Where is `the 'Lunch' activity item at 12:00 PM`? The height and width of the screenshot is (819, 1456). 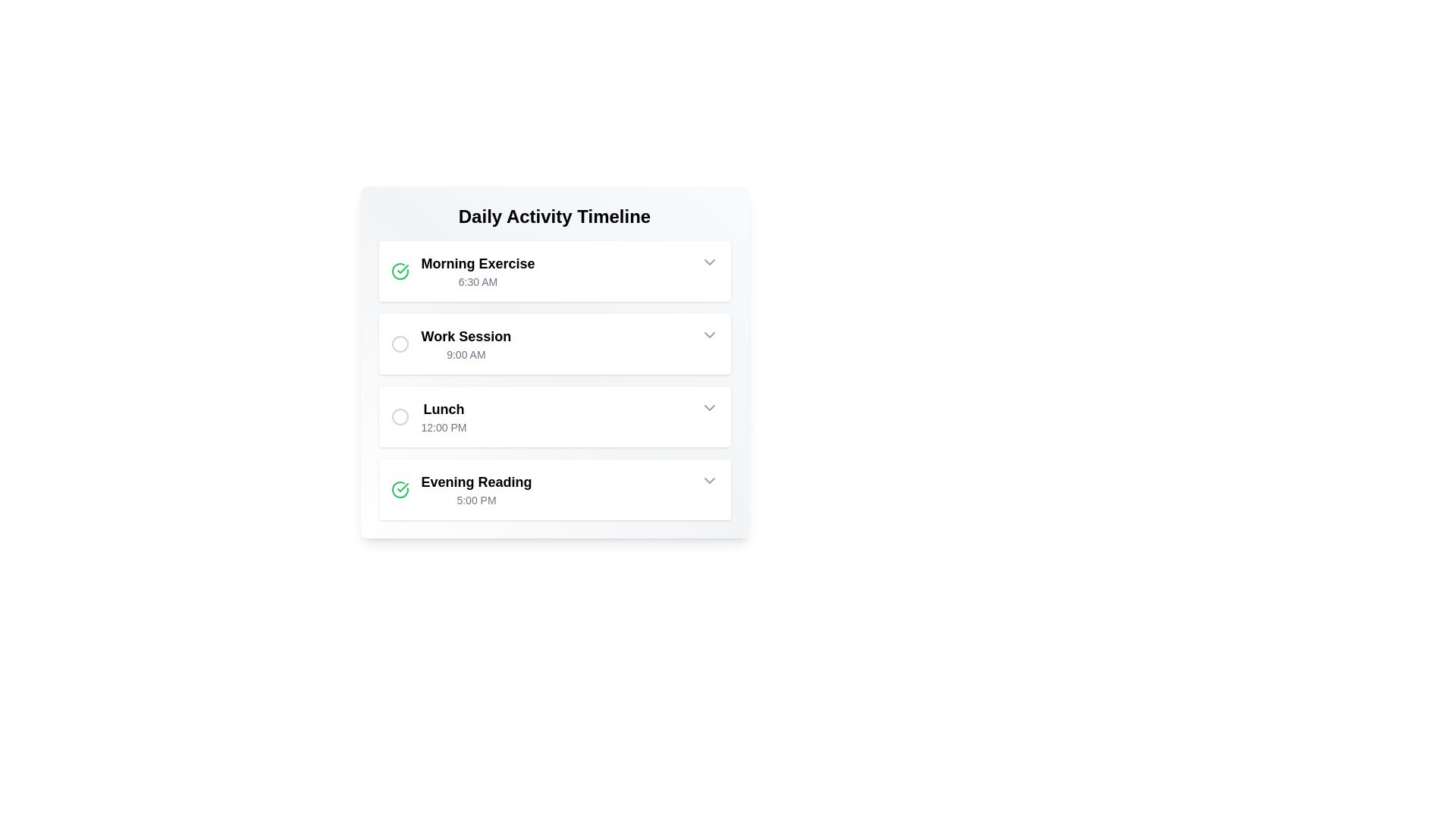
the 'Lunch' activity item at 12:00 PM is located at coordinates (554, 417).